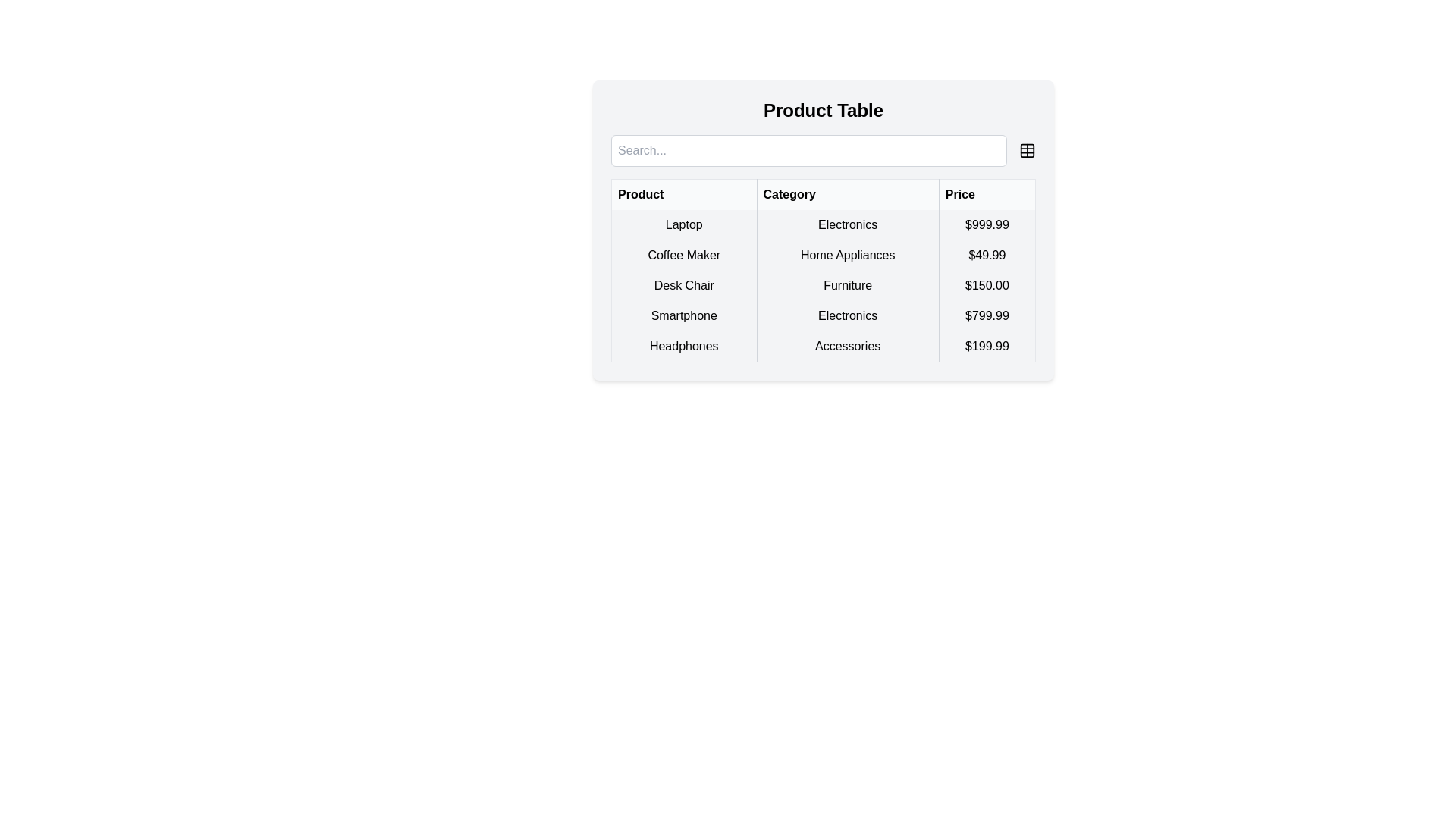 Image resolution: width=1456 pixels, height=819 pixels. I want to click on the text display showing '$150.00' in bold style located in the 'Price' column of the table under the row labeled 'Desk Chair' and 'Furniture', so click(987, 286).